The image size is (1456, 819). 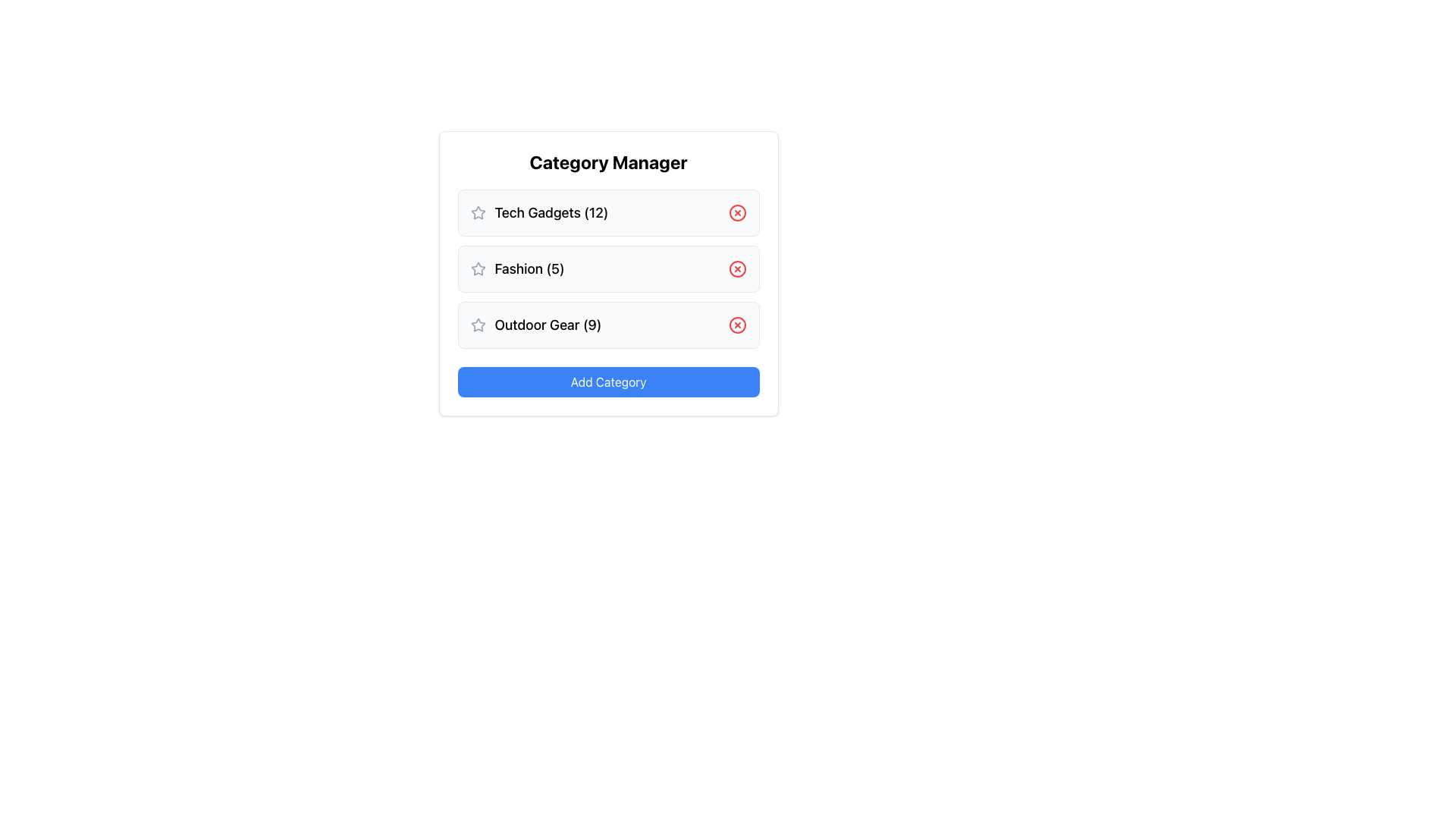 I want to click on the delete button associated with the 'Tech Gadgets (12)' category, so click(x=737, y=213).